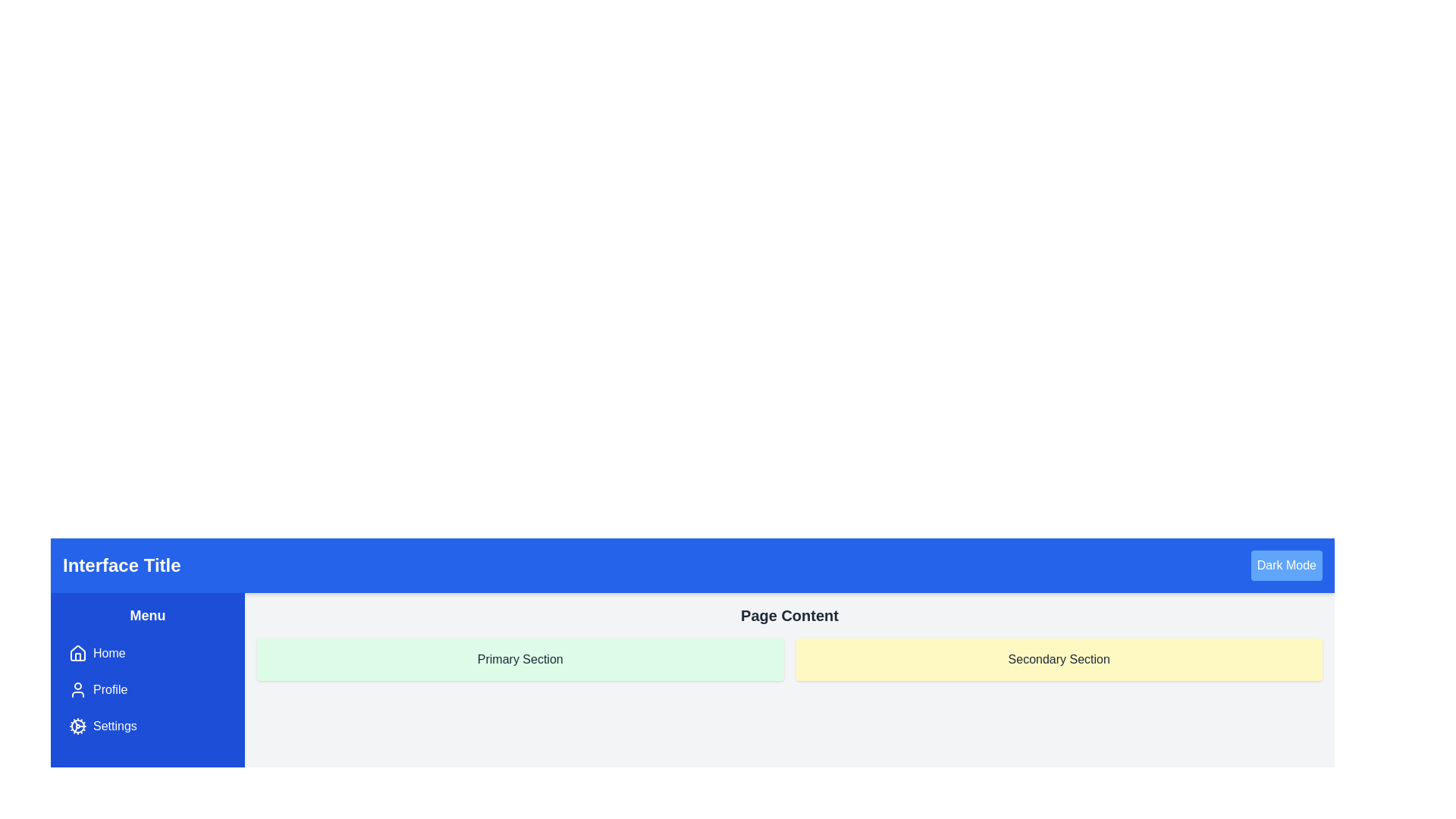  What do you see at coordinates (102, 725) in the screenshot?
I see `the 'Settings' button located in the vertical left-side menu panel, which is the third item below 'Profile'` at bounding box center [102, 725].